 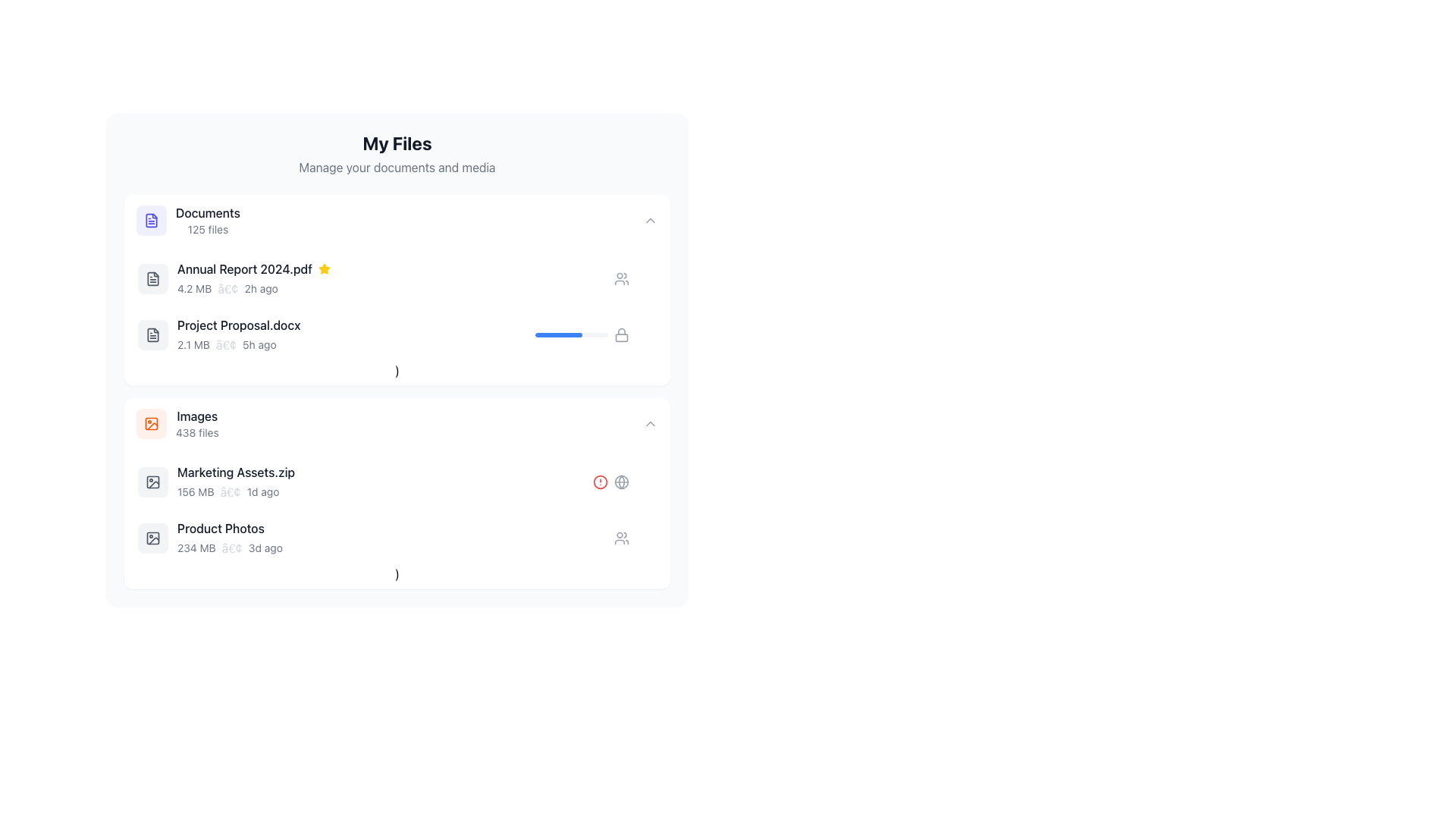 I want to click on the circular icon in the SVG graphic that serves as the alert indicator, located in the 'Images' row of the file list, so click(x=600, y=482).